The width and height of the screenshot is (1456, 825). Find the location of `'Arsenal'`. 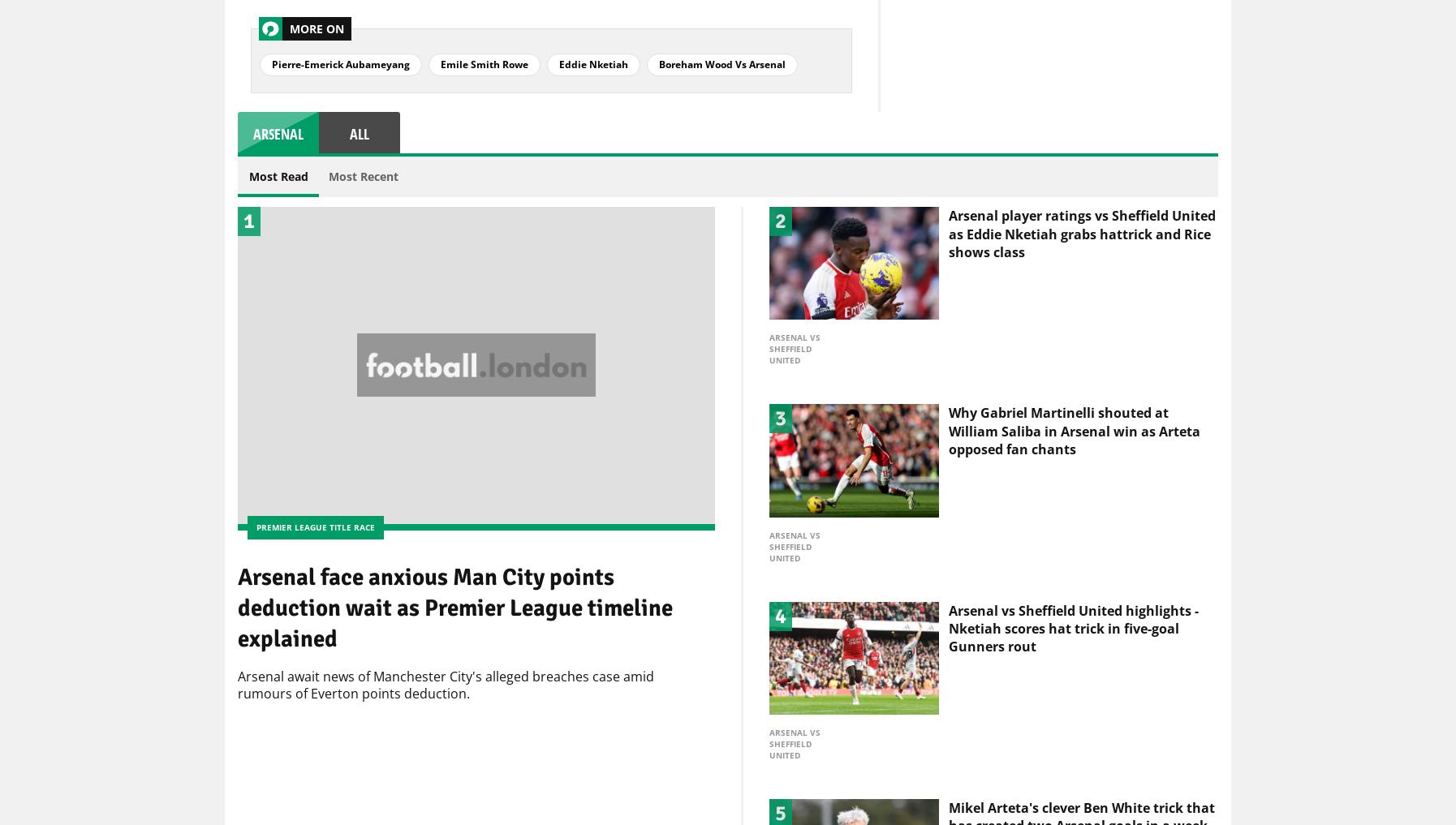

'Arsenal' is located at coordinates (278, 134).